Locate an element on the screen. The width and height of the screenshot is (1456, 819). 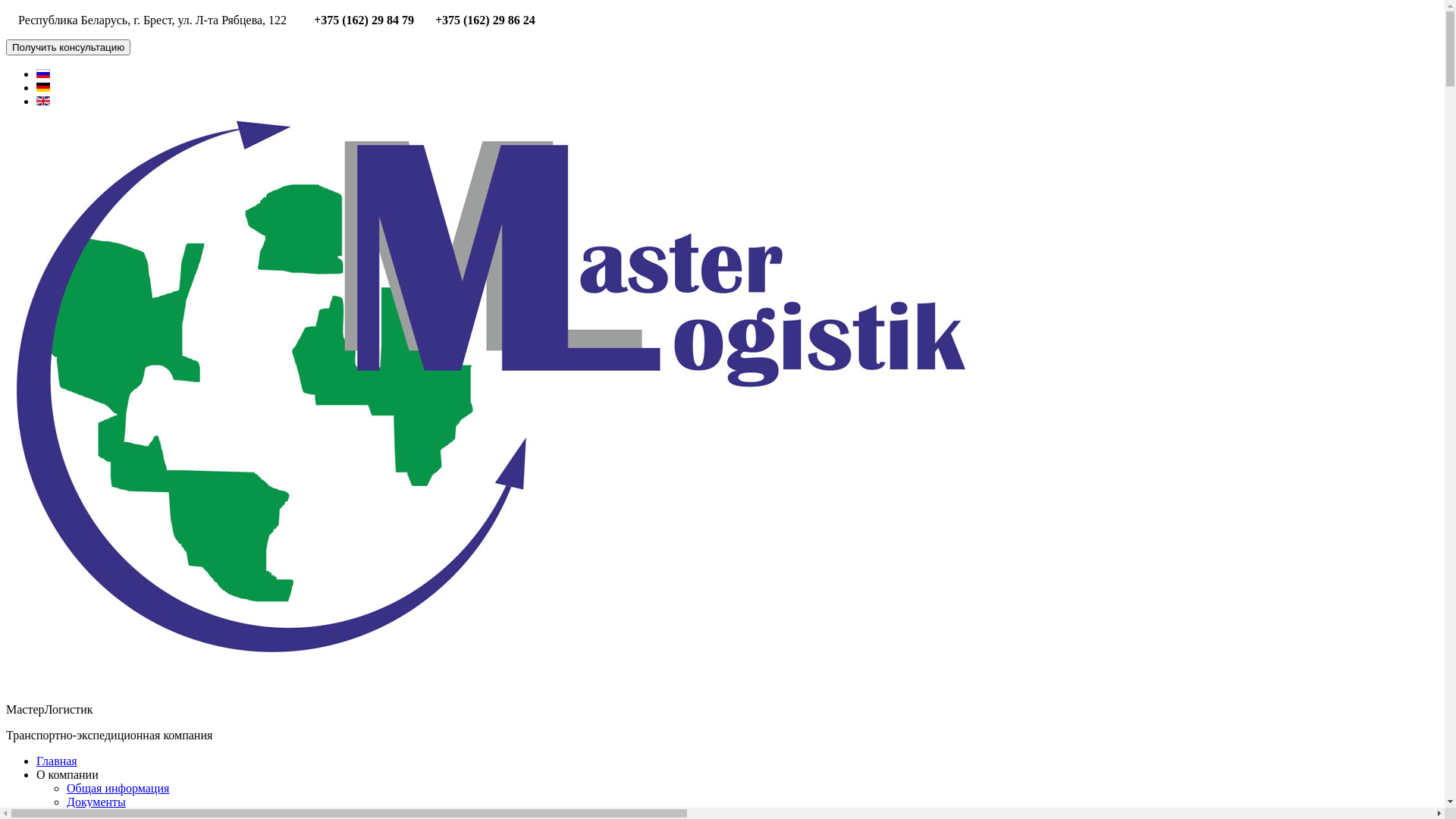
'Deutsch (Deutschland)' is located at coordinates (43, 87).